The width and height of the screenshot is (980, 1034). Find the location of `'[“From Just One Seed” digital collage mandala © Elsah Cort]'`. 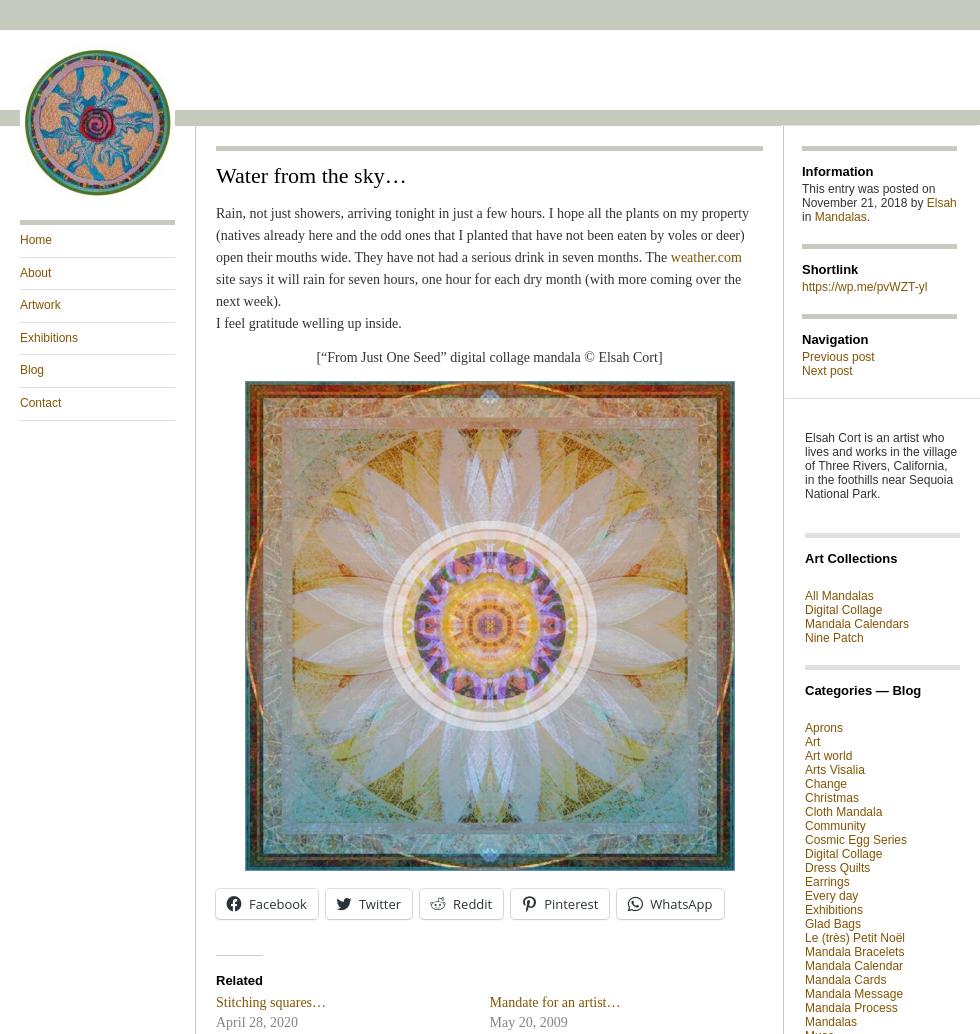

'[“From Just One Seed” digital collage mandala © Elsah Cort]' is located at coordinates (489, 356).